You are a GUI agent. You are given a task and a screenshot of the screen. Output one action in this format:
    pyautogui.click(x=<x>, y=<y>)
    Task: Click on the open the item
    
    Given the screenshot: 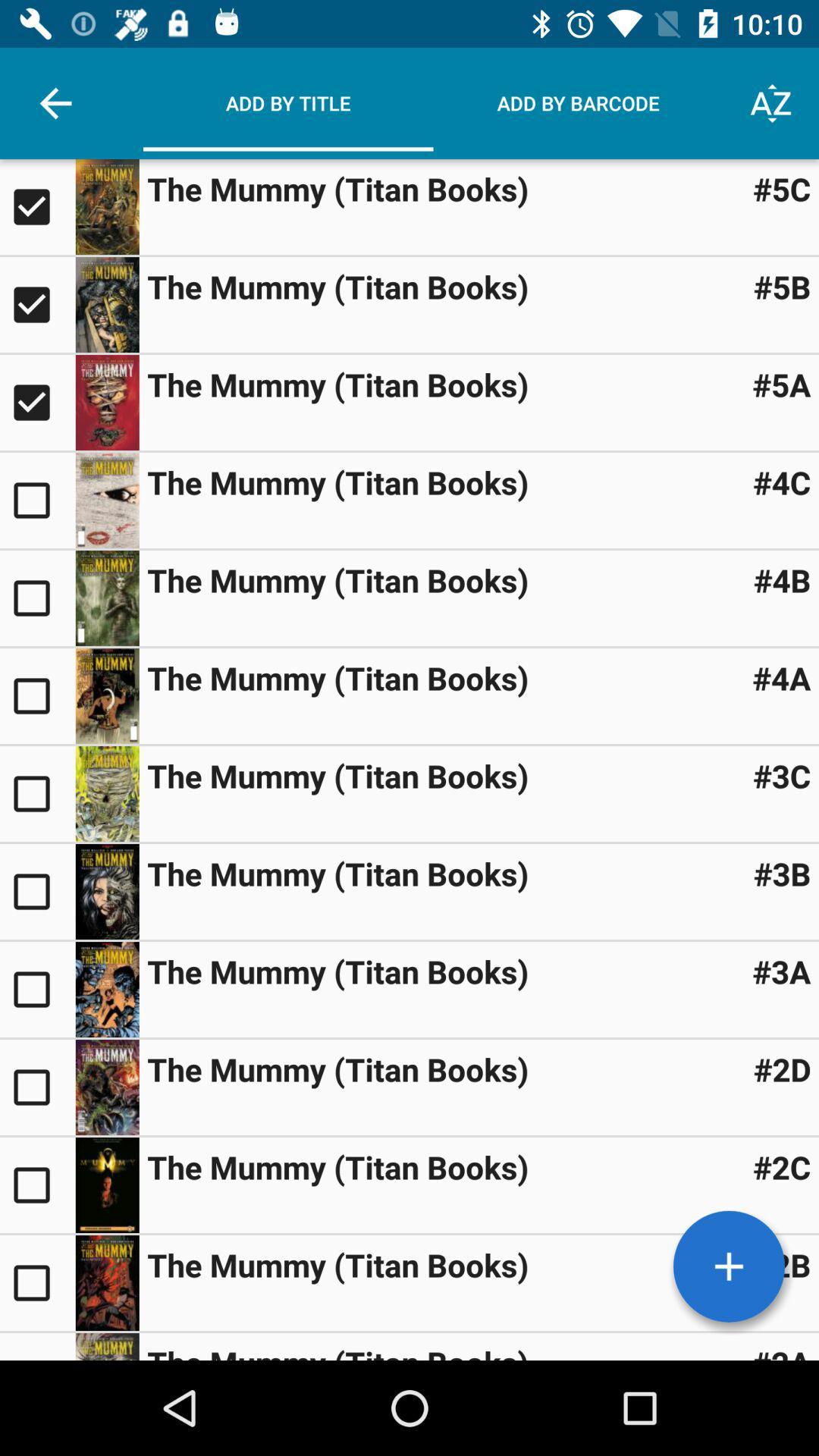 What is the action you would take?
    pyautogui.click(x=106, y=500)
    